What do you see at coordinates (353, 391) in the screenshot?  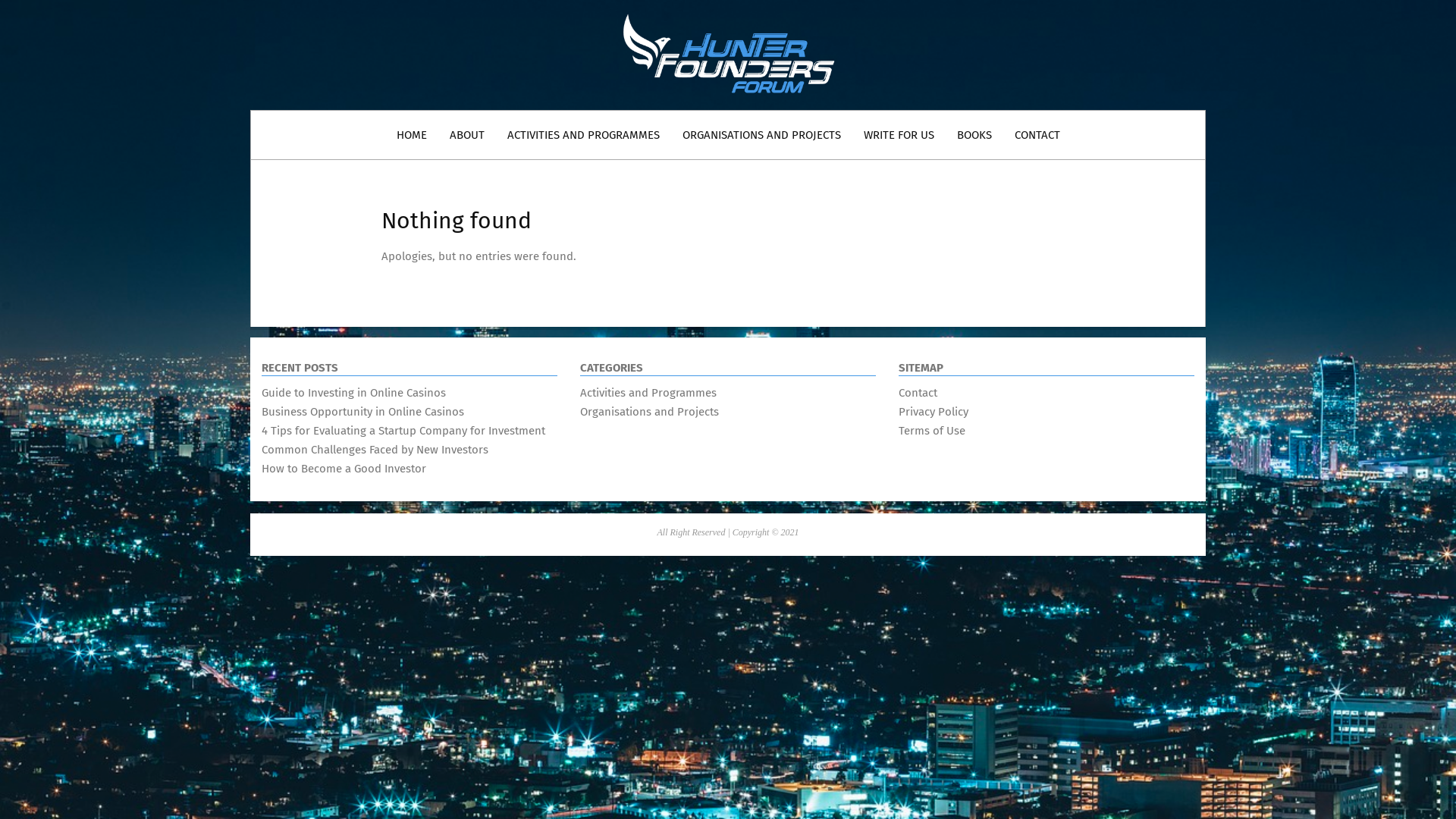 I see `'Guide to Investing in Online Casinos'` at bounding box center [353, 391].